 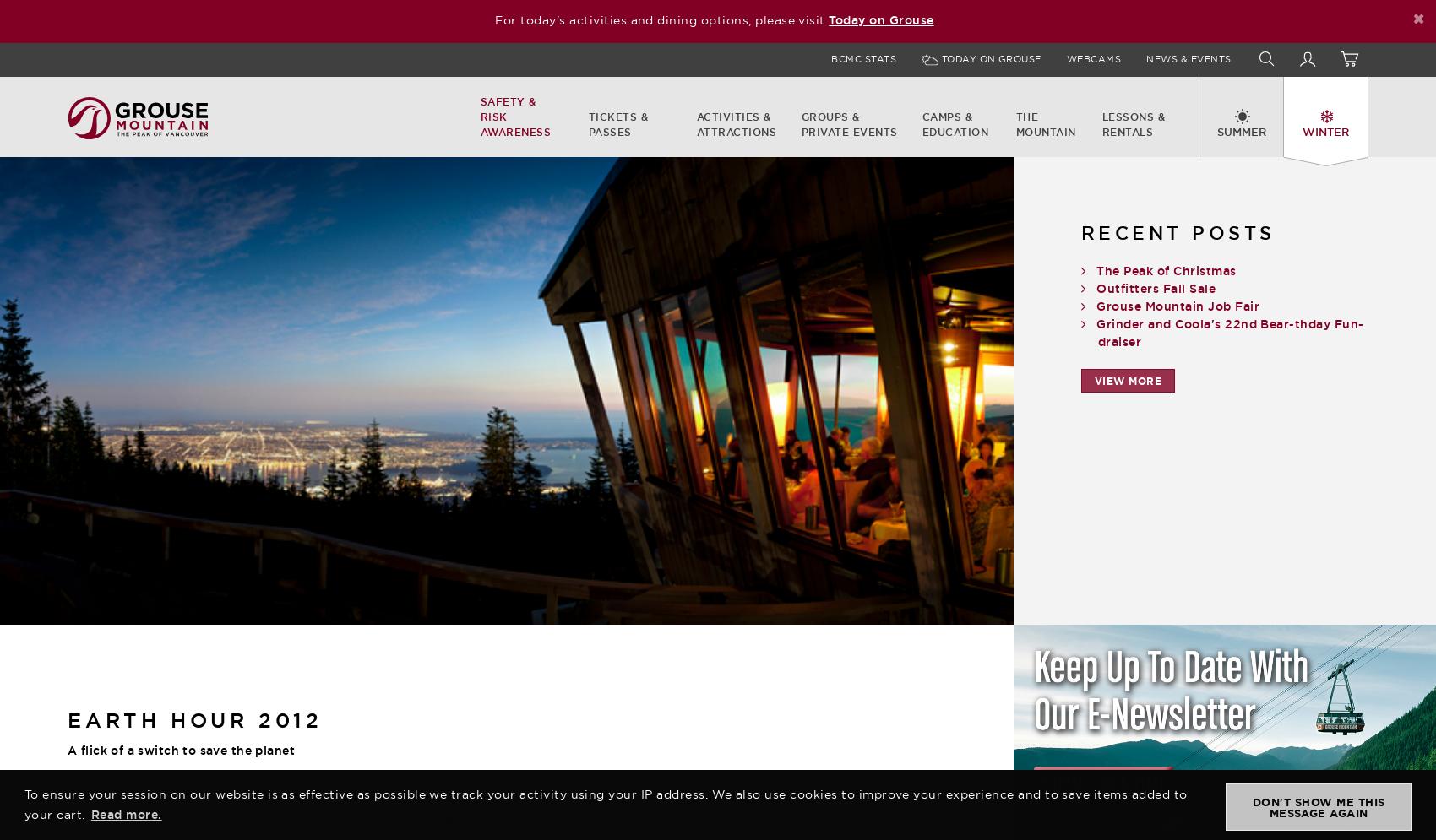 What do you see at coordinates (1318, 808) in the screenshot?
I see `'Don't show me this message again'` at bounding box center [1318, 808].